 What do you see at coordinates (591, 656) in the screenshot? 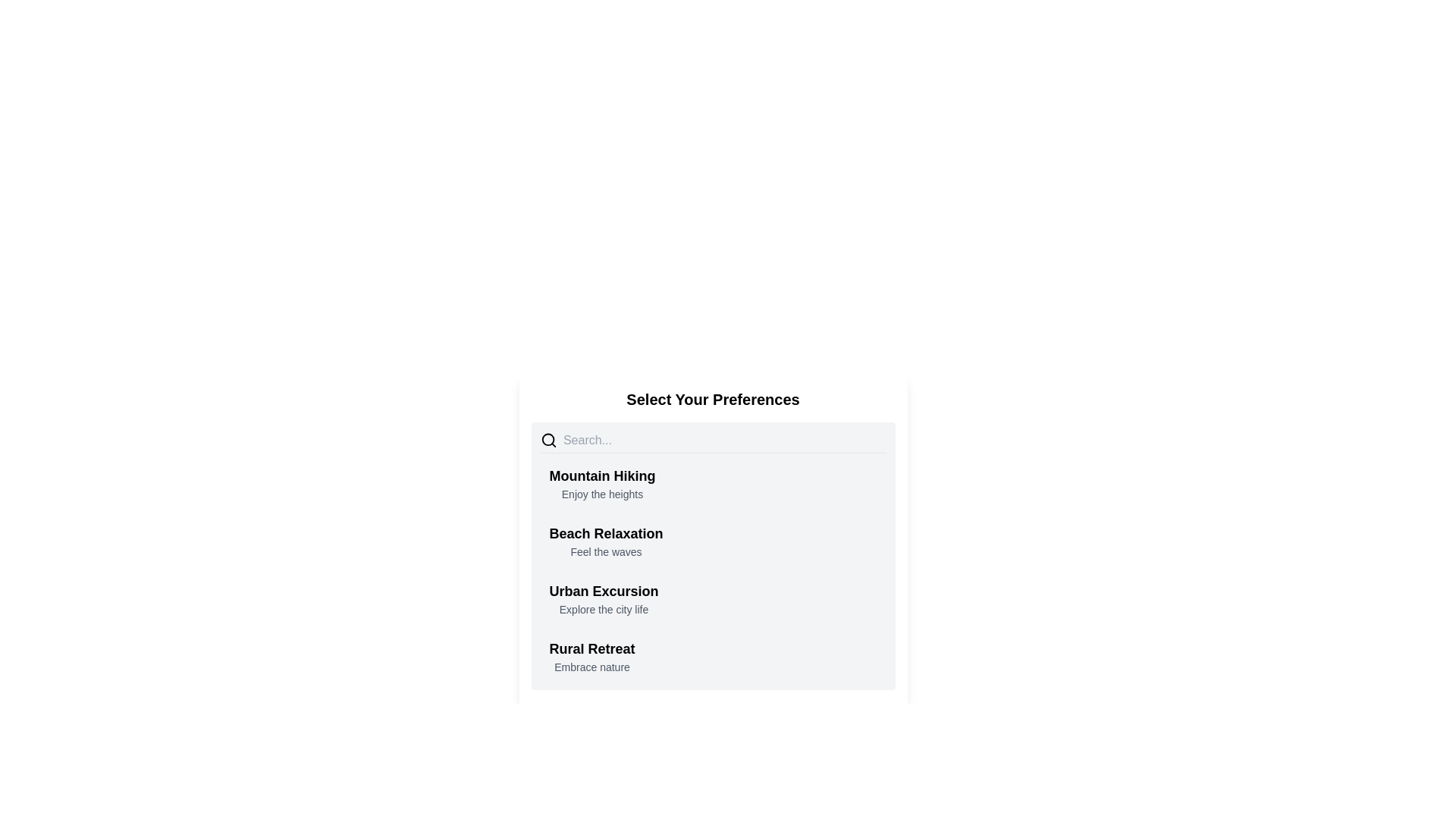
I see `the 'Rural Retreat' option item with descriptive text` at bounding box center [591, 656].